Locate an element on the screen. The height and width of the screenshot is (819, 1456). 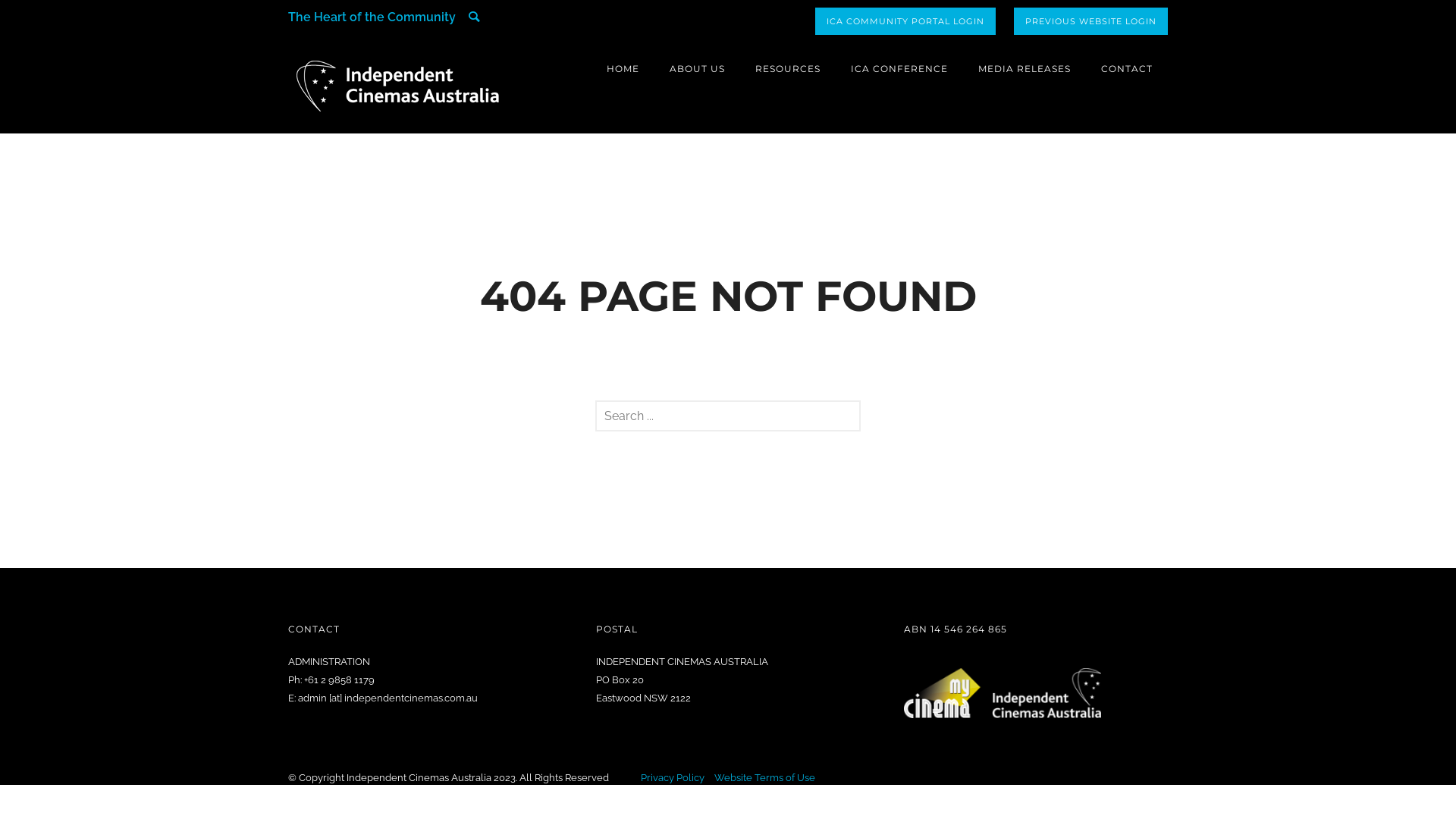
'ICA CONFERENCE' is located at coordinates (899, 68).